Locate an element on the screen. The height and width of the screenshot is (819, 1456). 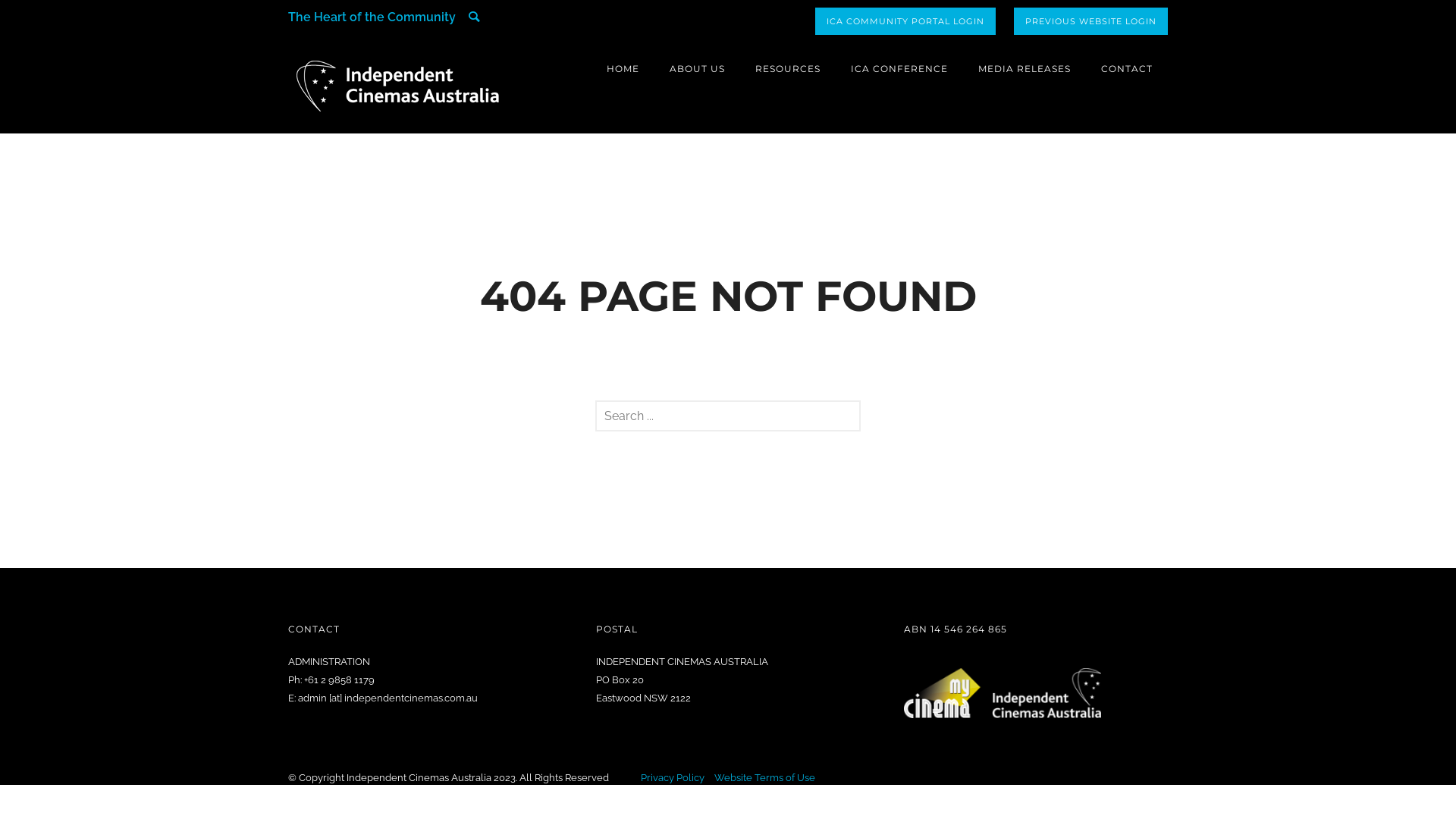
'ICA CONFERENCE' is located at coordinates (899, 68).